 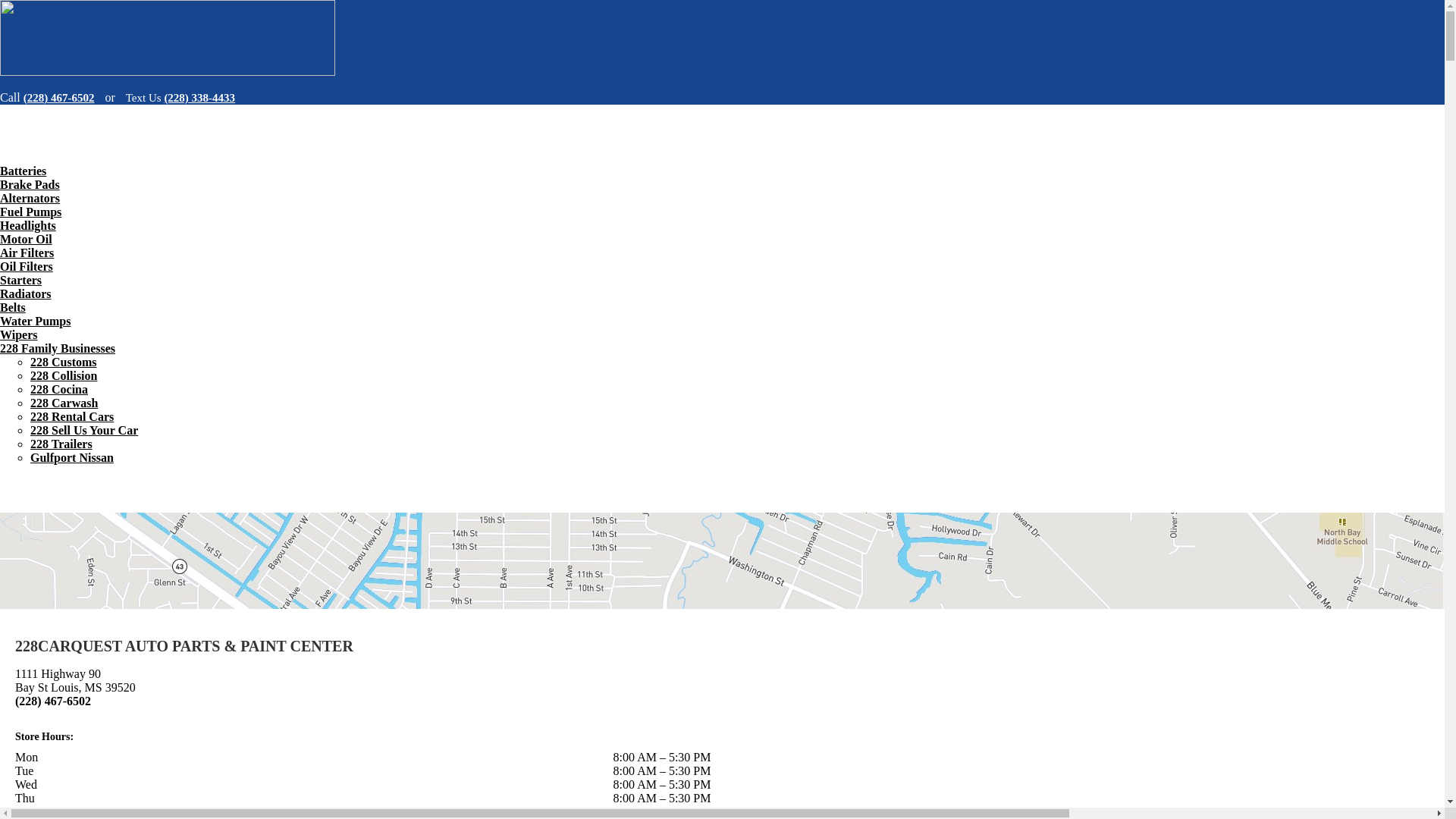 I want to click on '228 Collision', so click(x=30, y=375).